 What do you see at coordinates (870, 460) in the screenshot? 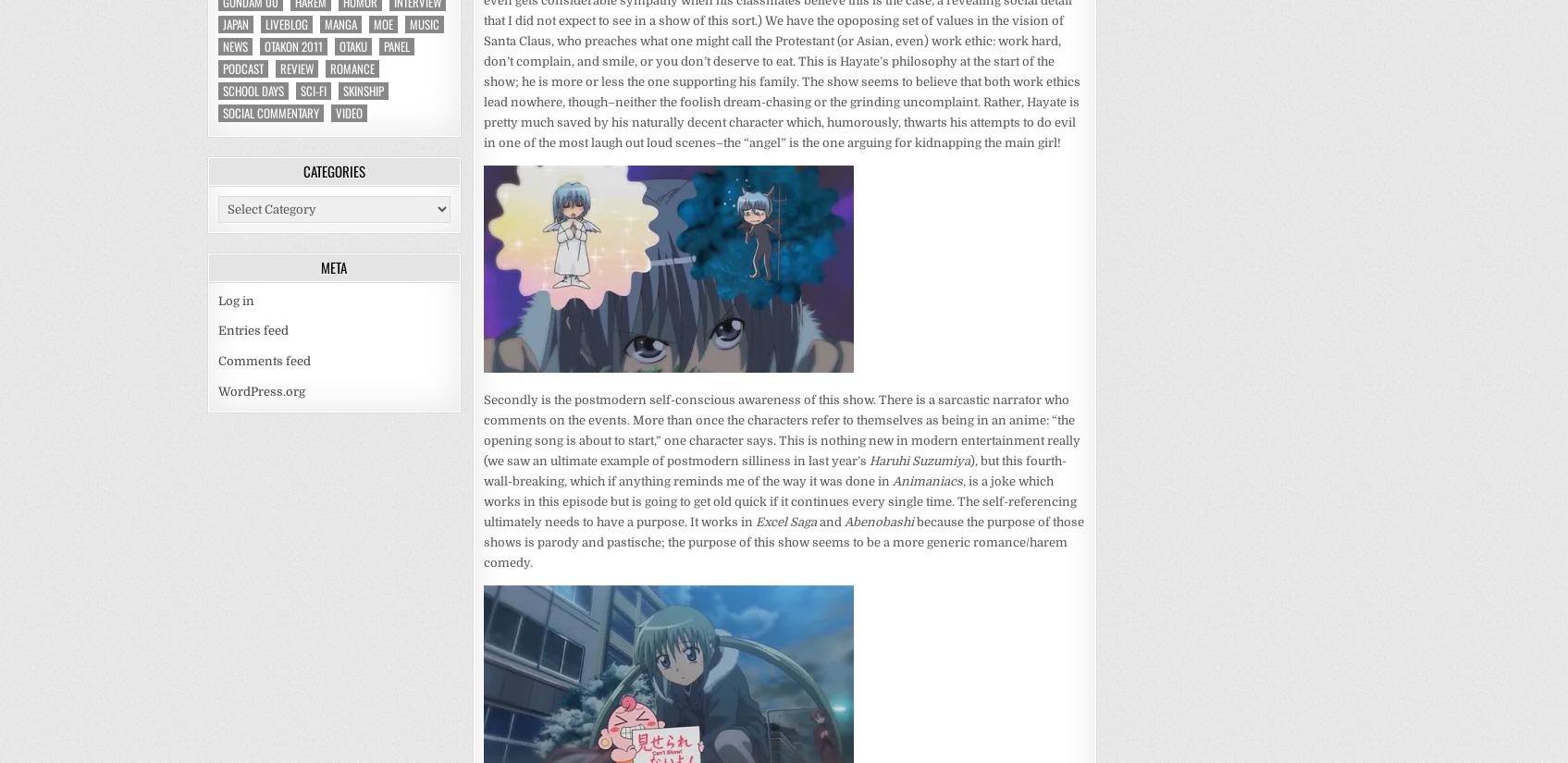
I see `'Haruhi Suzumiya'` at bounding box center [870, 460].